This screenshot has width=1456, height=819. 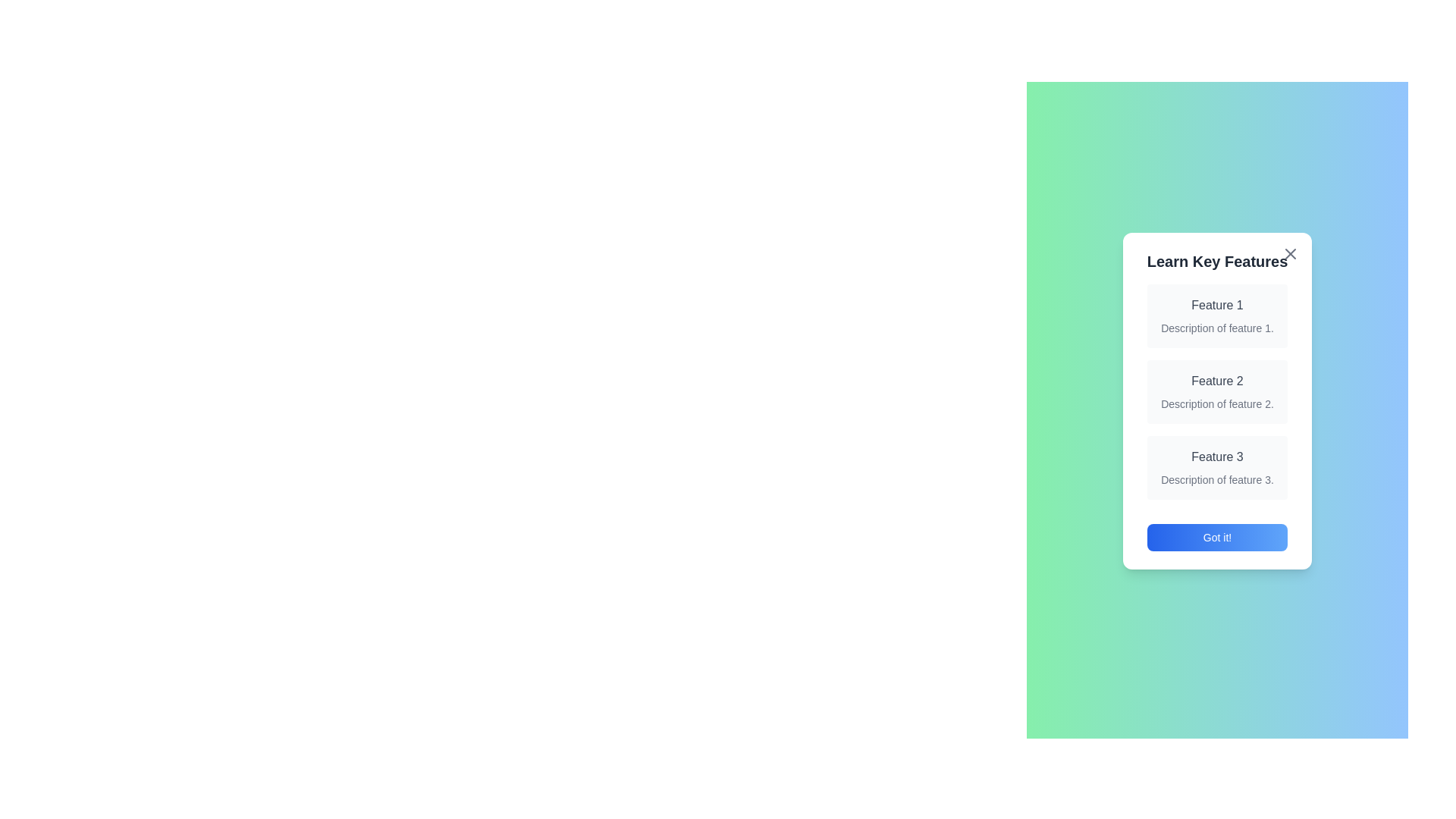 What do you see at coordinates (1217, 537) in the screenshot?
I see `the 'Got it!' button to acknowledge the tutorial completion` at bounding box center [1217, 537].